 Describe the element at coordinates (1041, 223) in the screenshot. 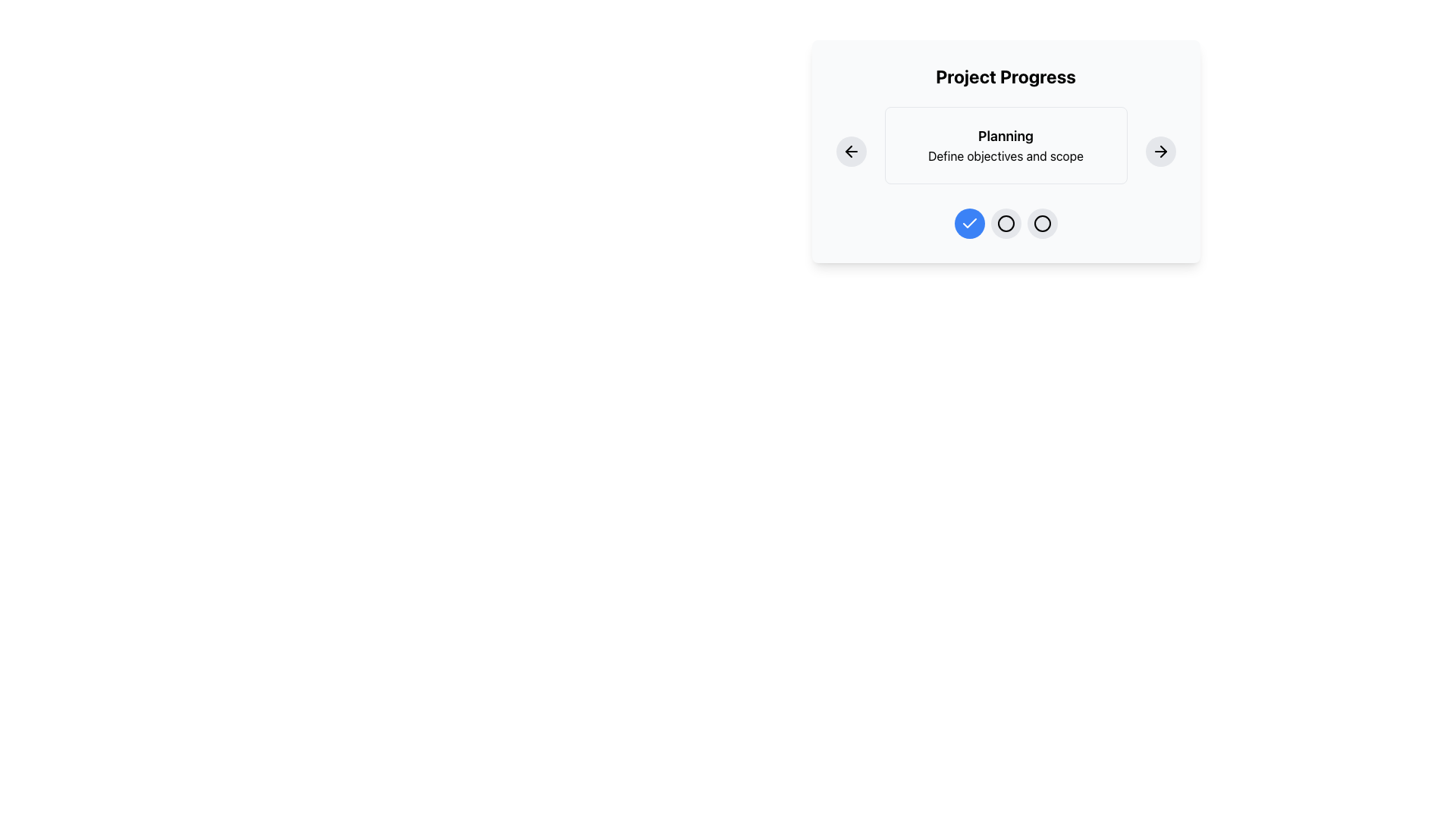

I see `the third button from the left in the group of three buttons below the 'Planning' card` at that location.